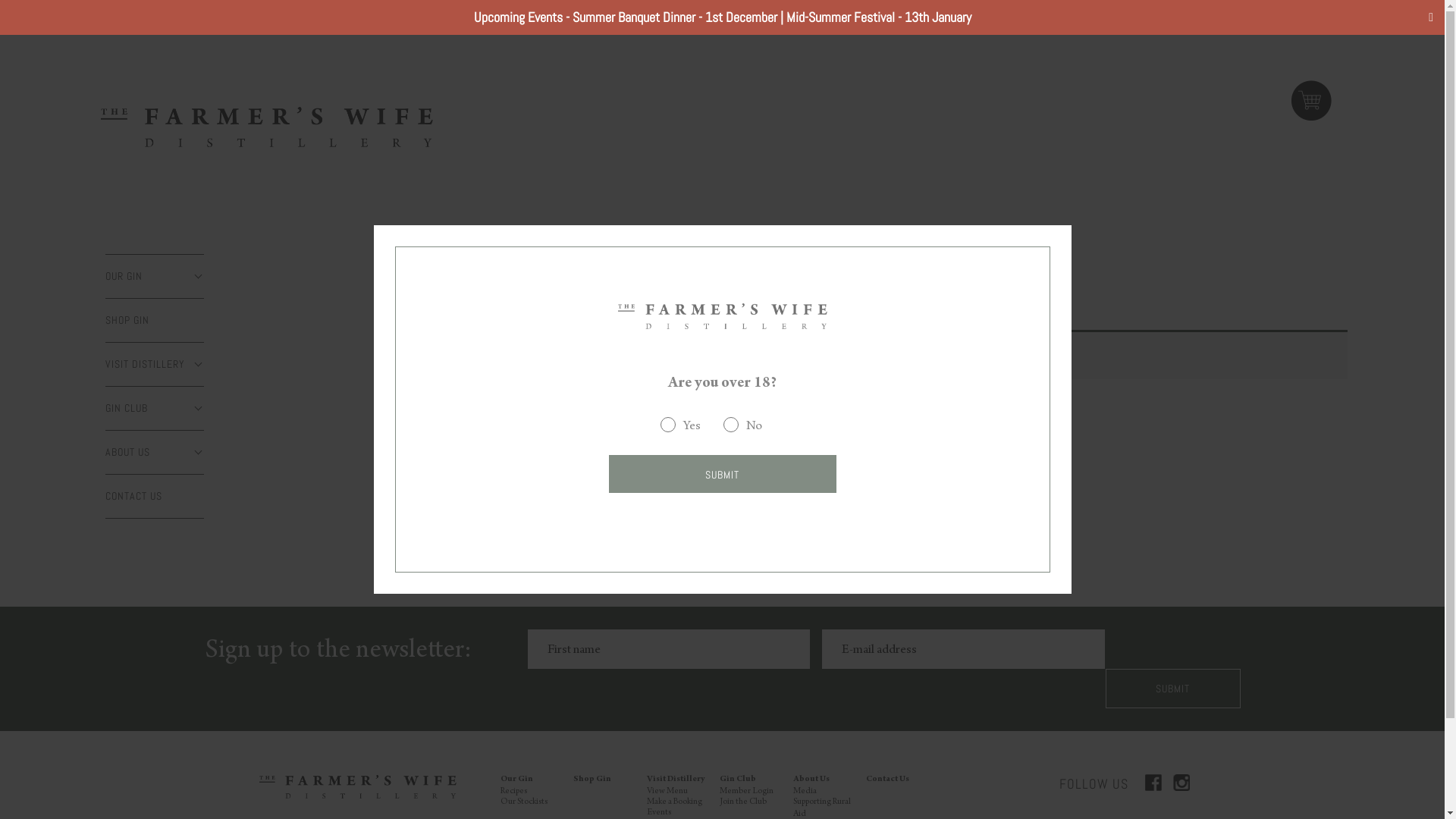 This screenshot has width=1456, height=819. Describe the element at coordinates (516, 780) in the screenshot. I see `'Our Gin'` at that location.